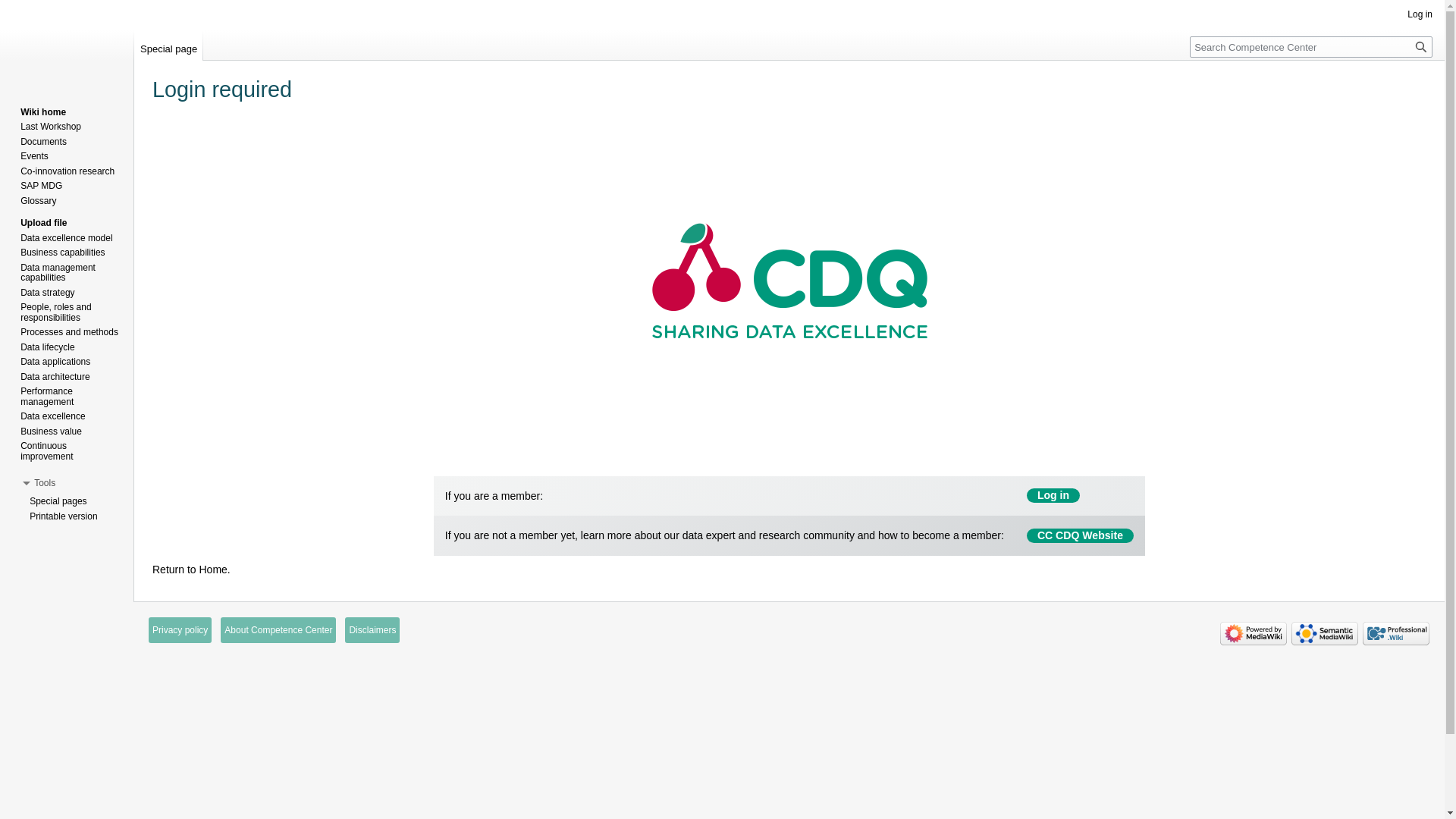 The height and width of the screenshot is (819, 1456). Describe the element at coordinates (168, 45) in the screenshot. I see `'Special page'` at that location.